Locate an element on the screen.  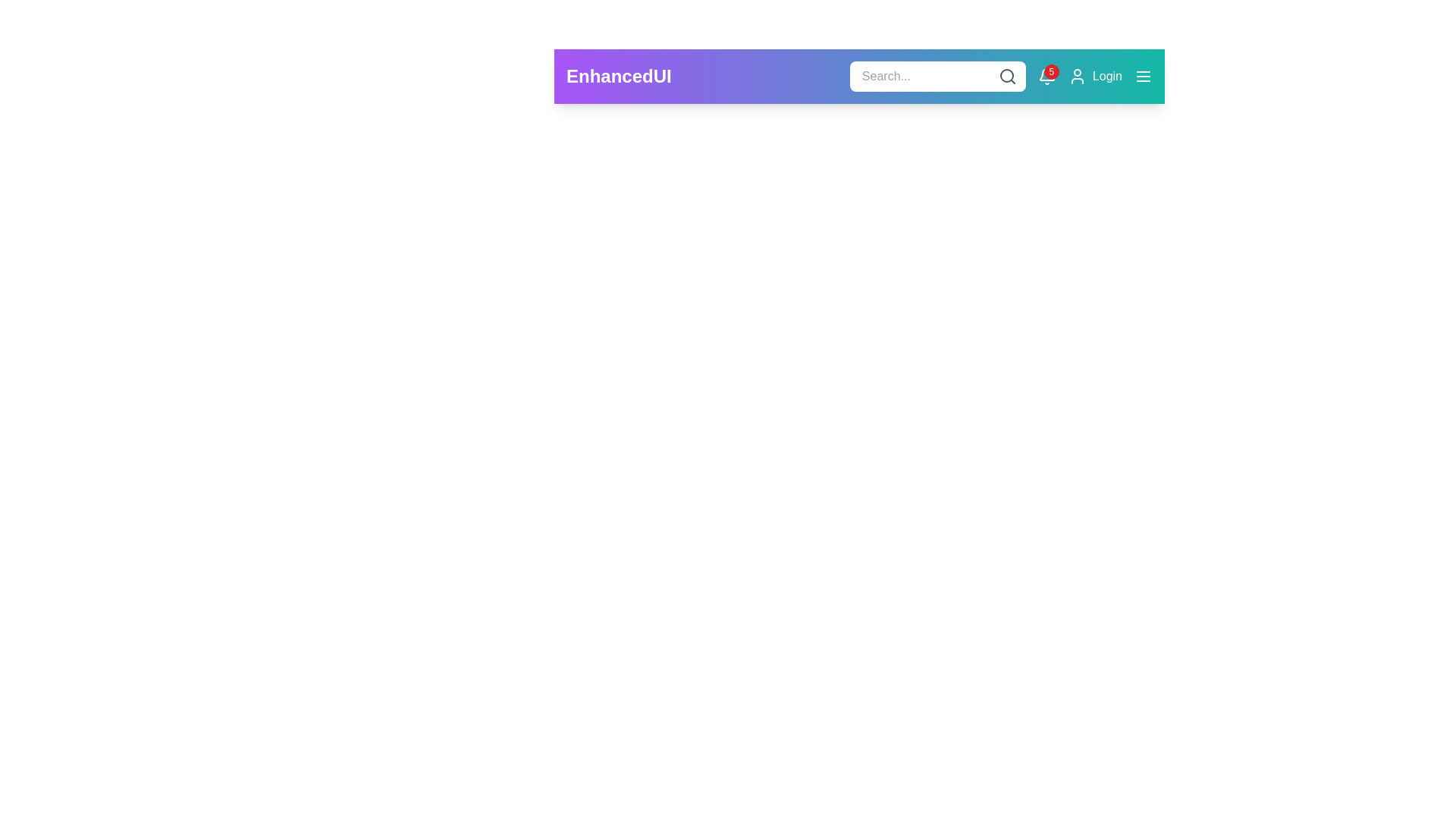
the notification icon (bell) is located at coordinates (1046, 76).